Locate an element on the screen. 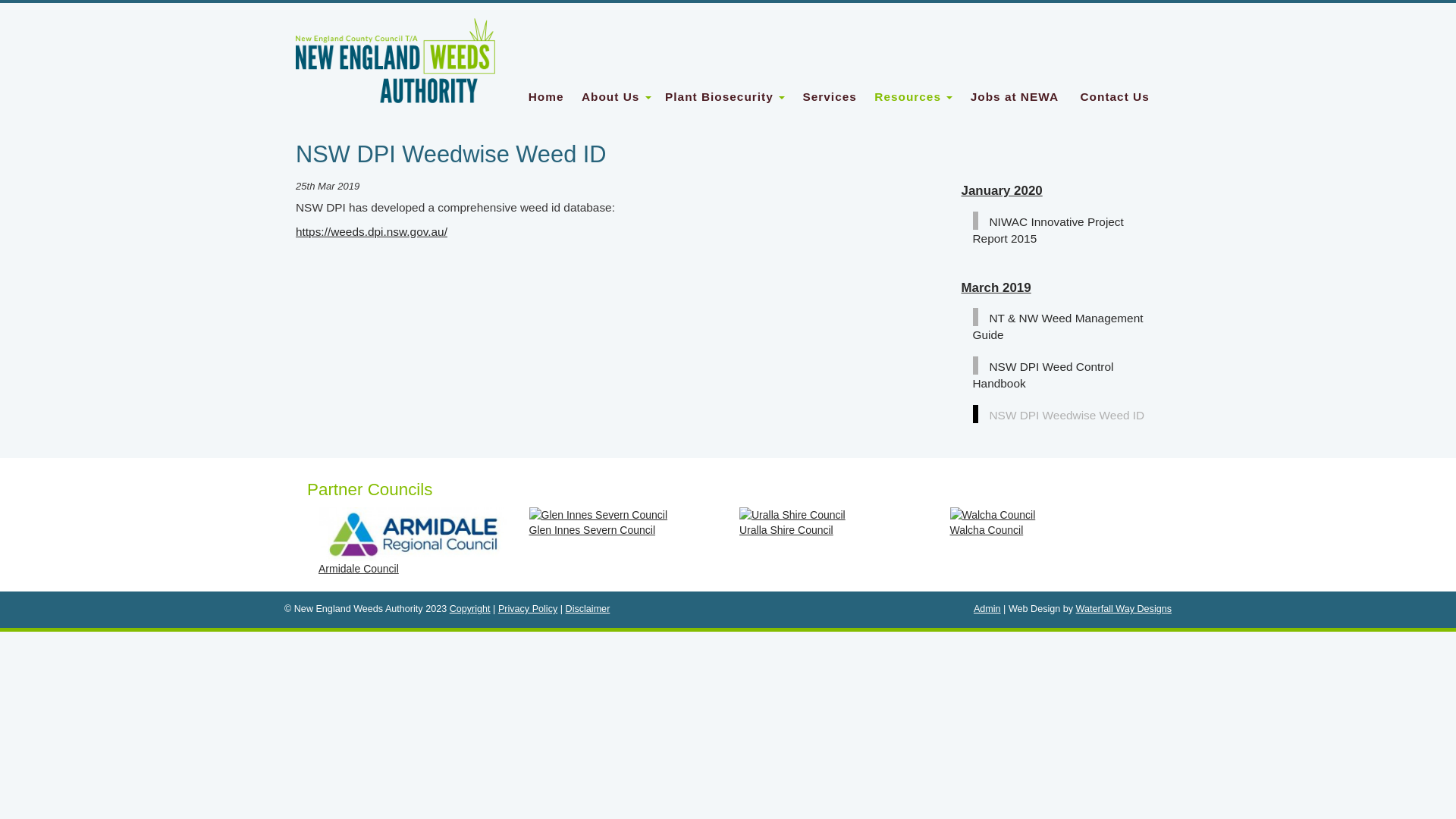 This screenshot has height=819, width=1456. 'Home' is located at coordinates (545, 96).